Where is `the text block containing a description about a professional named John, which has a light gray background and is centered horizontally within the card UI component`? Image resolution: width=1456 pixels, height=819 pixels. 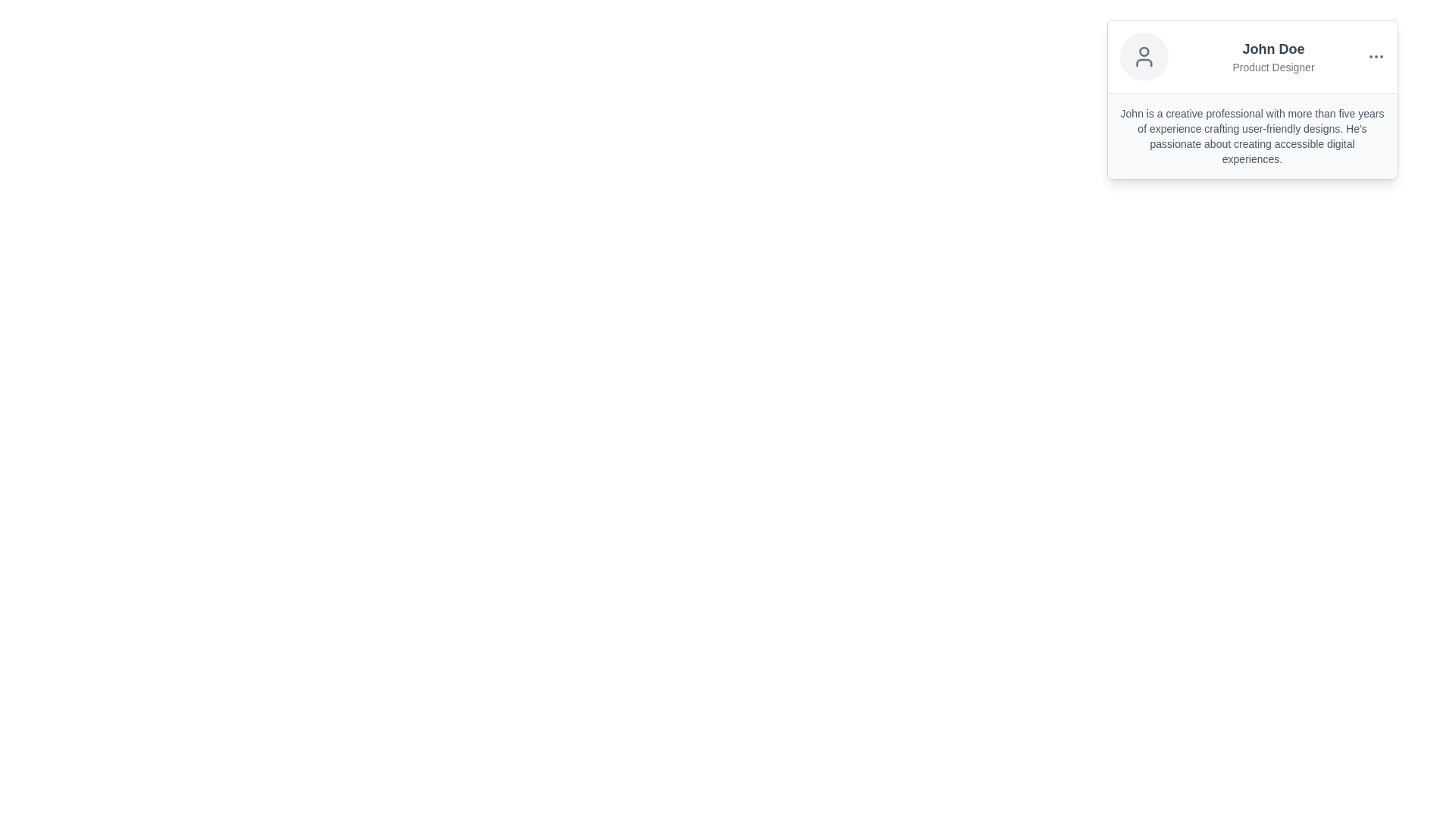 the text block containing a description about a professional named John, which has a light gray background and is centered horizontally within the card UI component is located at coordinates (1252, 135).